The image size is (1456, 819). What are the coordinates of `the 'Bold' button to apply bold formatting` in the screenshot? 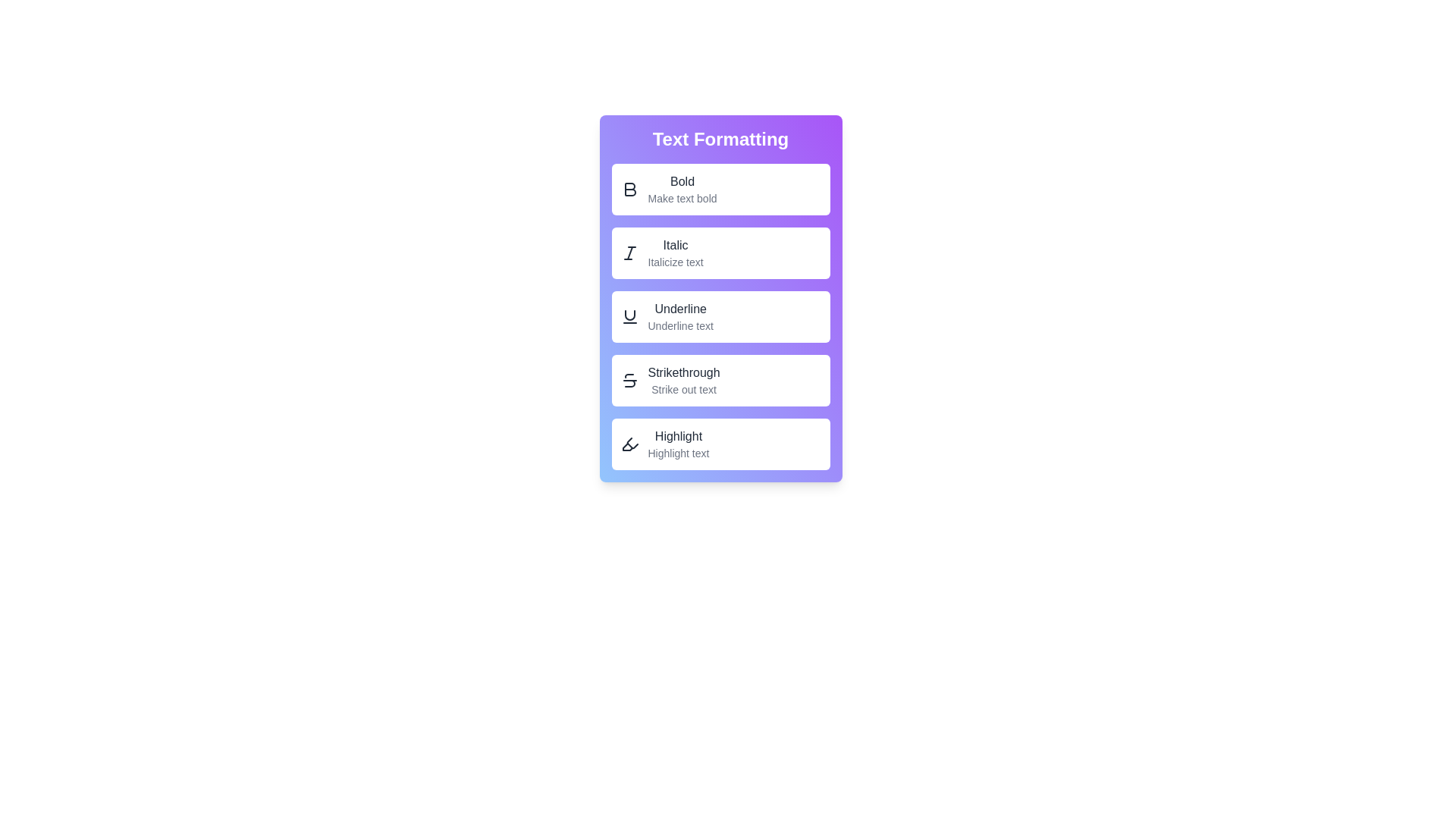 It's located at (720, 189).